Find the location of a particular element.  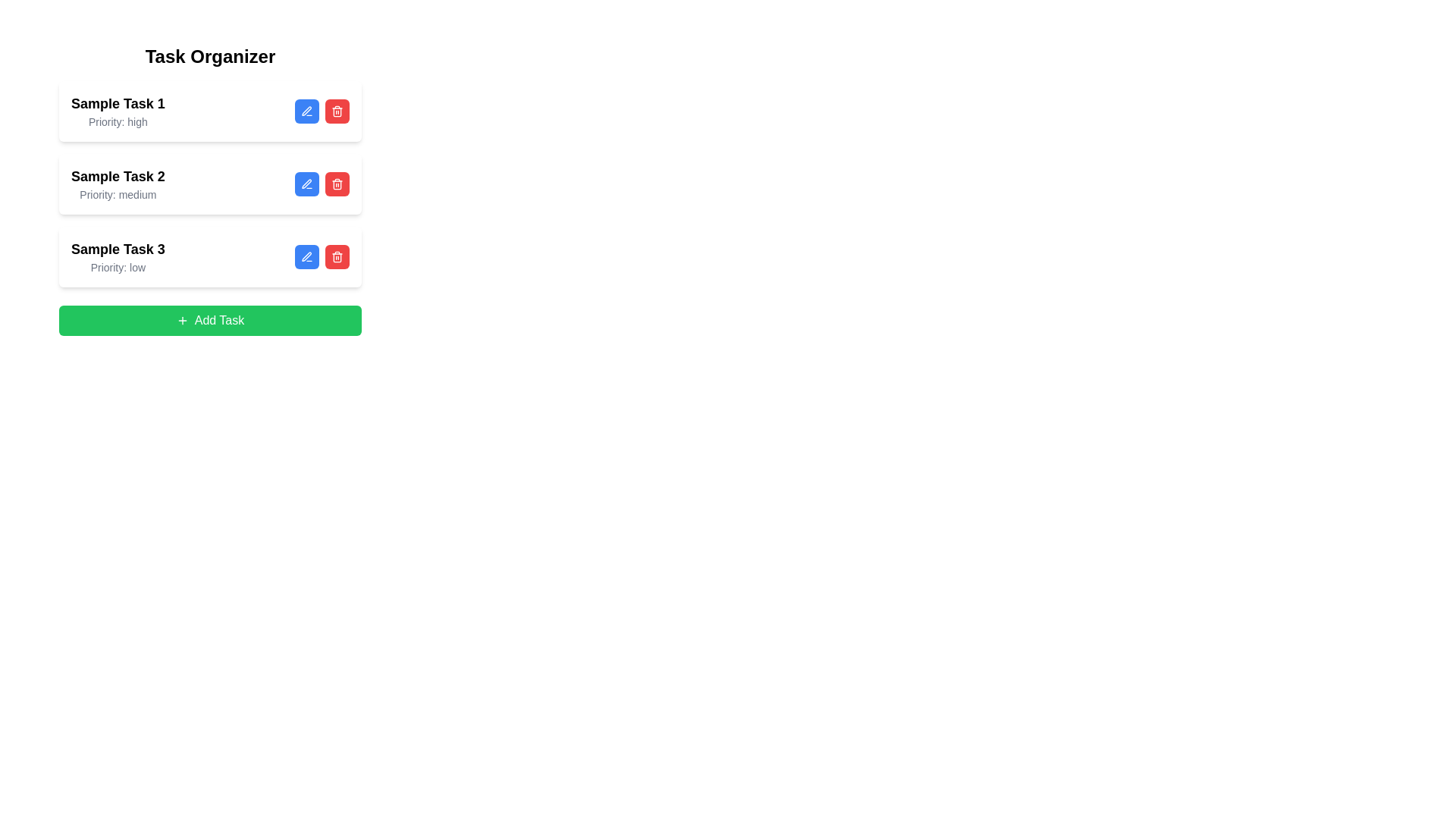

text label displaying 'Priority: medium' located directly below the title 'Sample Task 2' in the middle card of the task layout is located at coordinates (117, 194).